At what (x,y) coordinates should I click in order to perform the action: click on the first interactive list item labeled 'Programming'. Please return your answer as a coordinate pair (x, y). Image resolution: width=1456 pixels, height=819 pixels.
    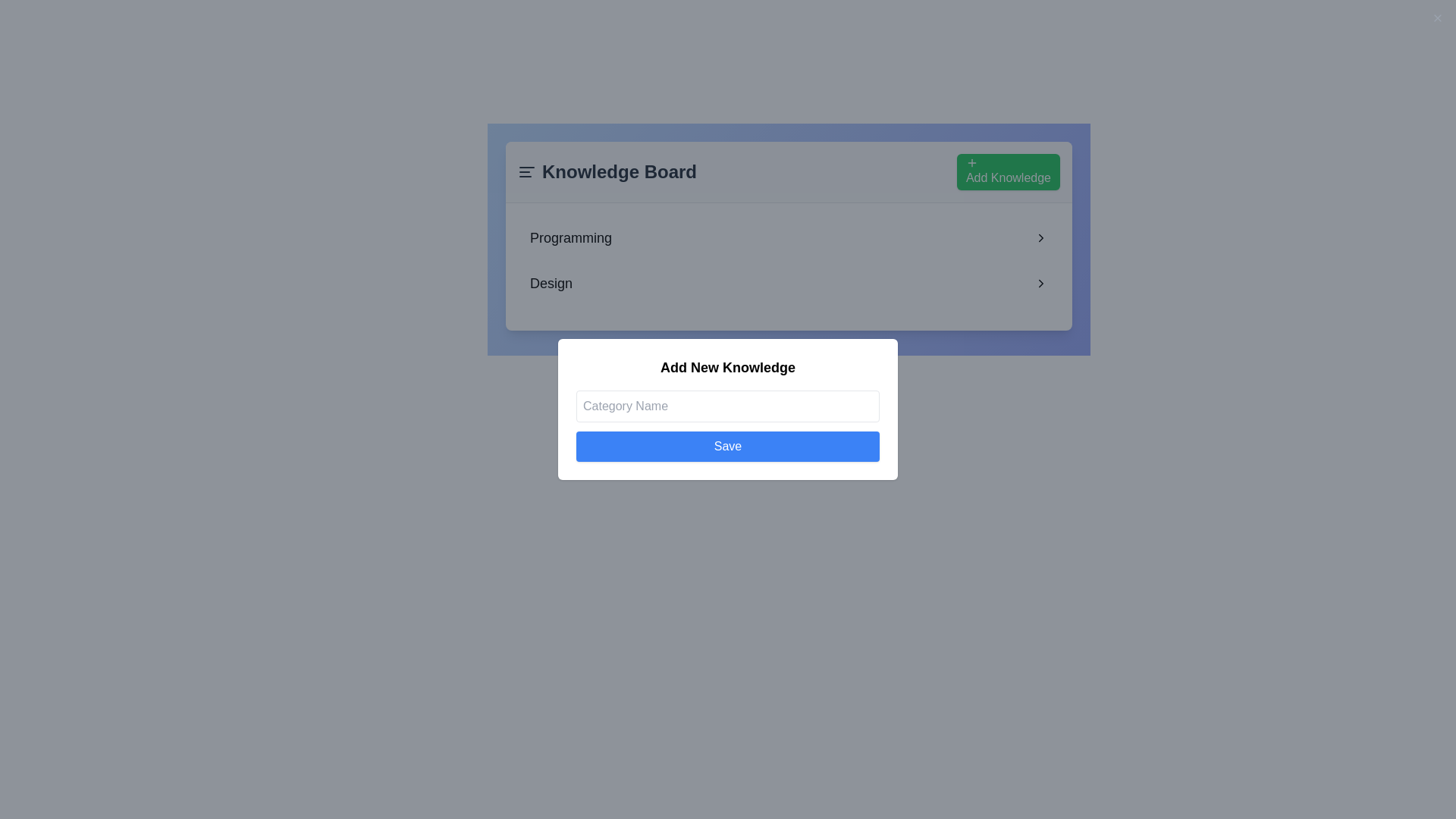
    Looking at the image, I should click on (789, 237).